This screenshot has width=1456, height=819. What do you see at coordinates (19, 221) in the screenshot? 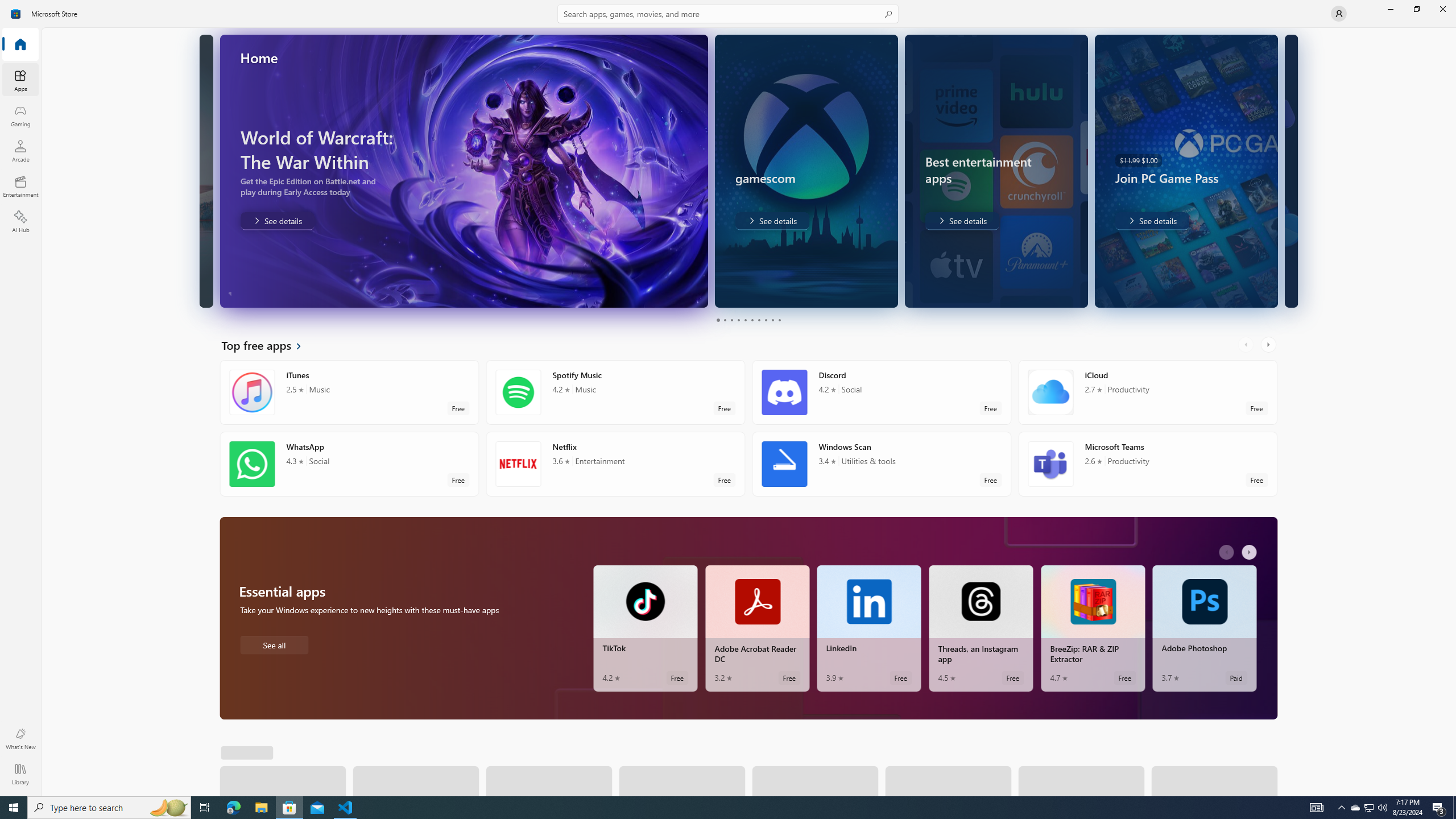
I see `'AI Hub'` at bounding box center [19, 221].